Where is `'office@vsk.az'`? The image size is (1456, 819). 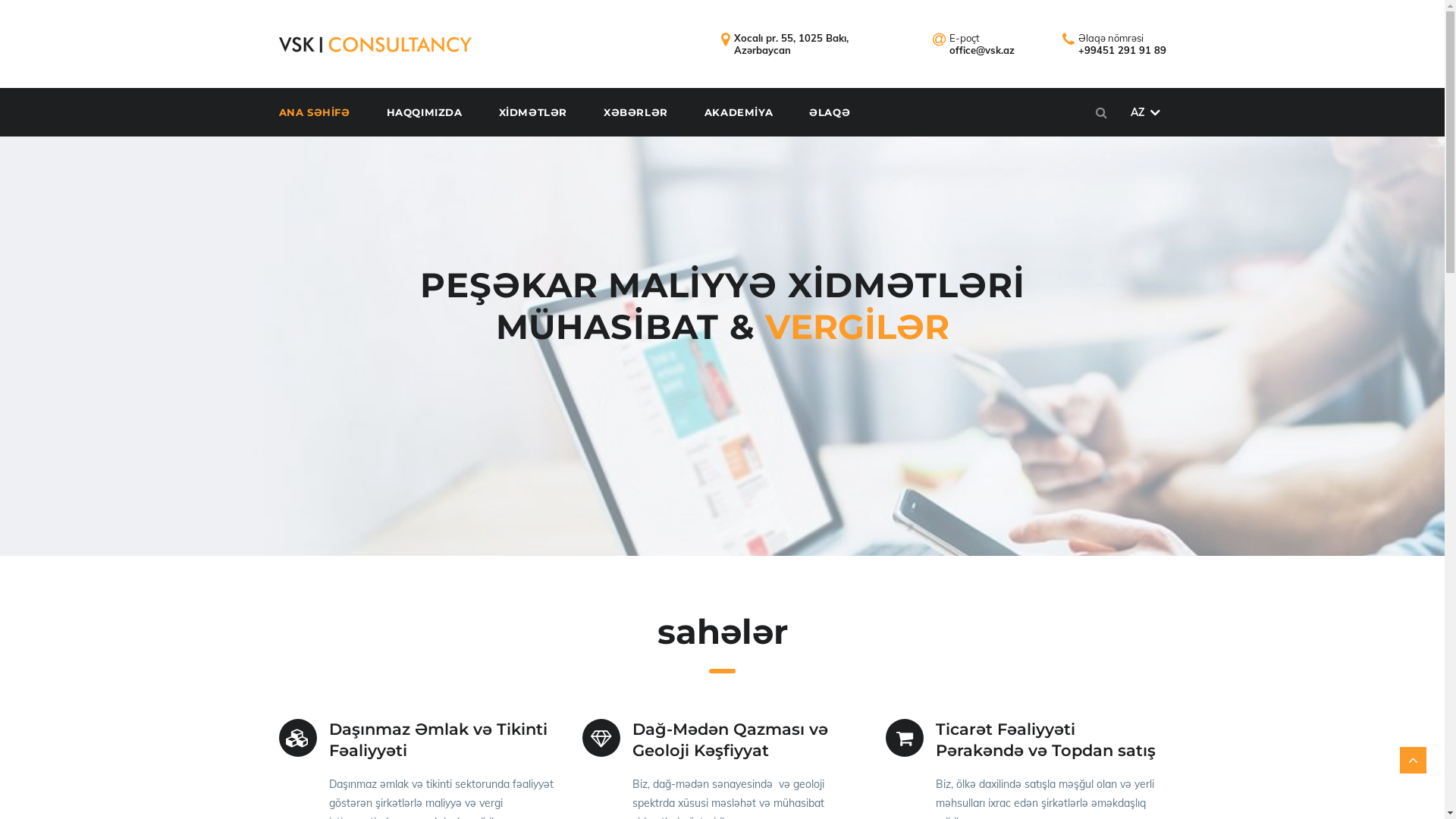
'office@vsk.az' is located at coordinates (982, 49).